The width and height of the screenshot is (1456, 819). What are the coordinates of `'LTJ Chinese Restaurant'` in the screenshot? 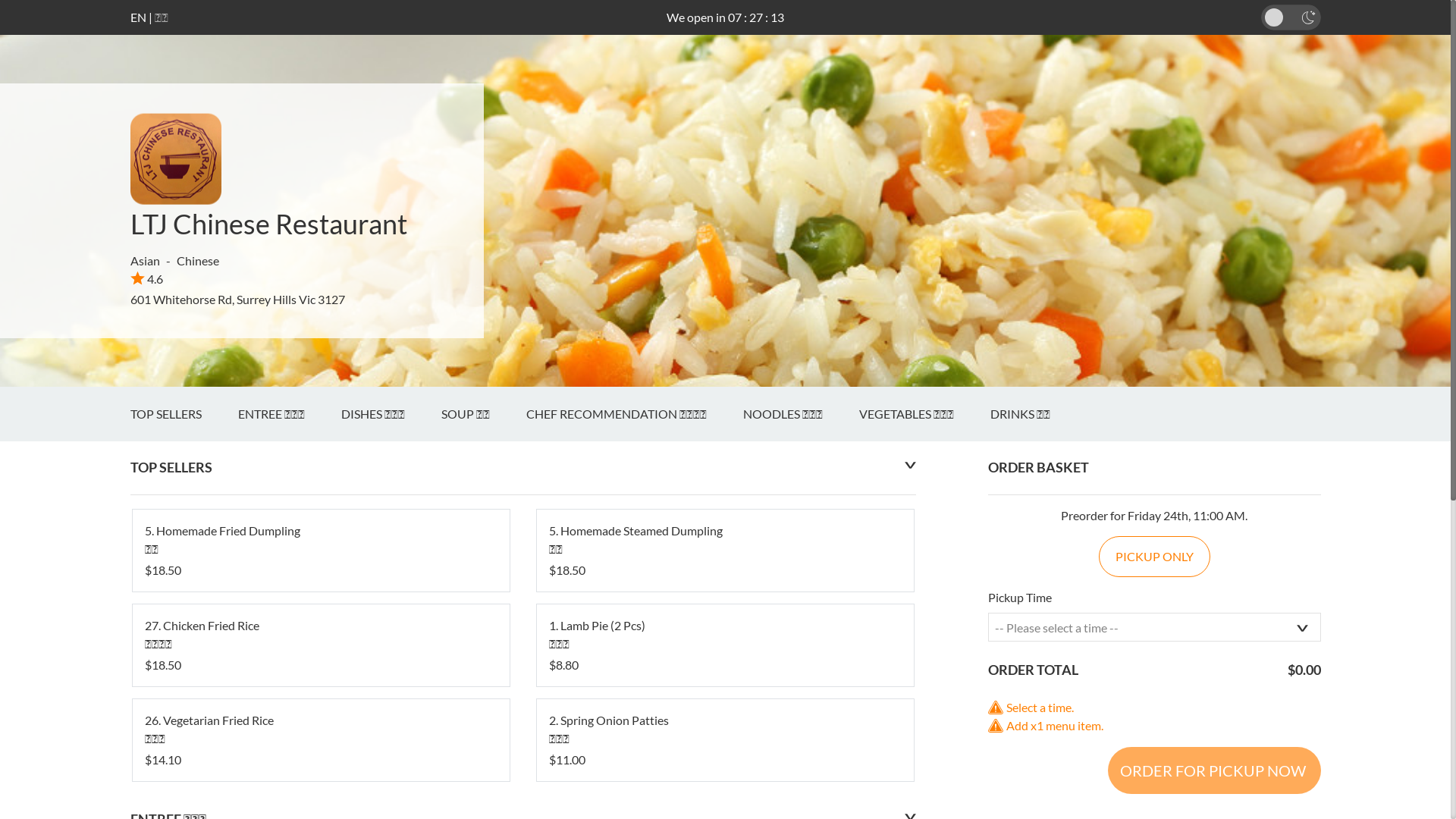 It's located at (268, 223).